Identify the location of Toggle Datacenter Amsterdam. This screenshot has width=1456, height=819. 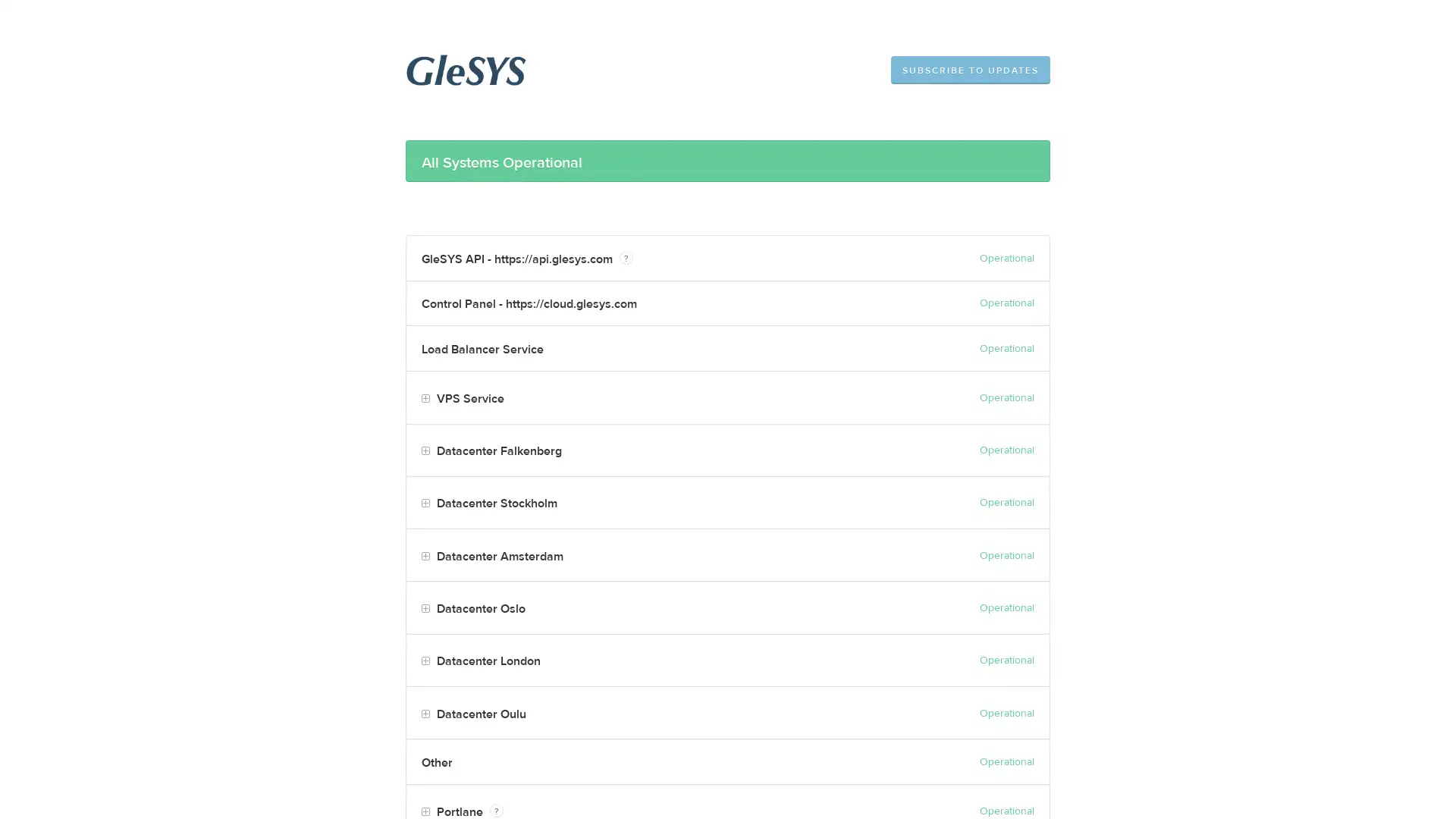
(425, 556).